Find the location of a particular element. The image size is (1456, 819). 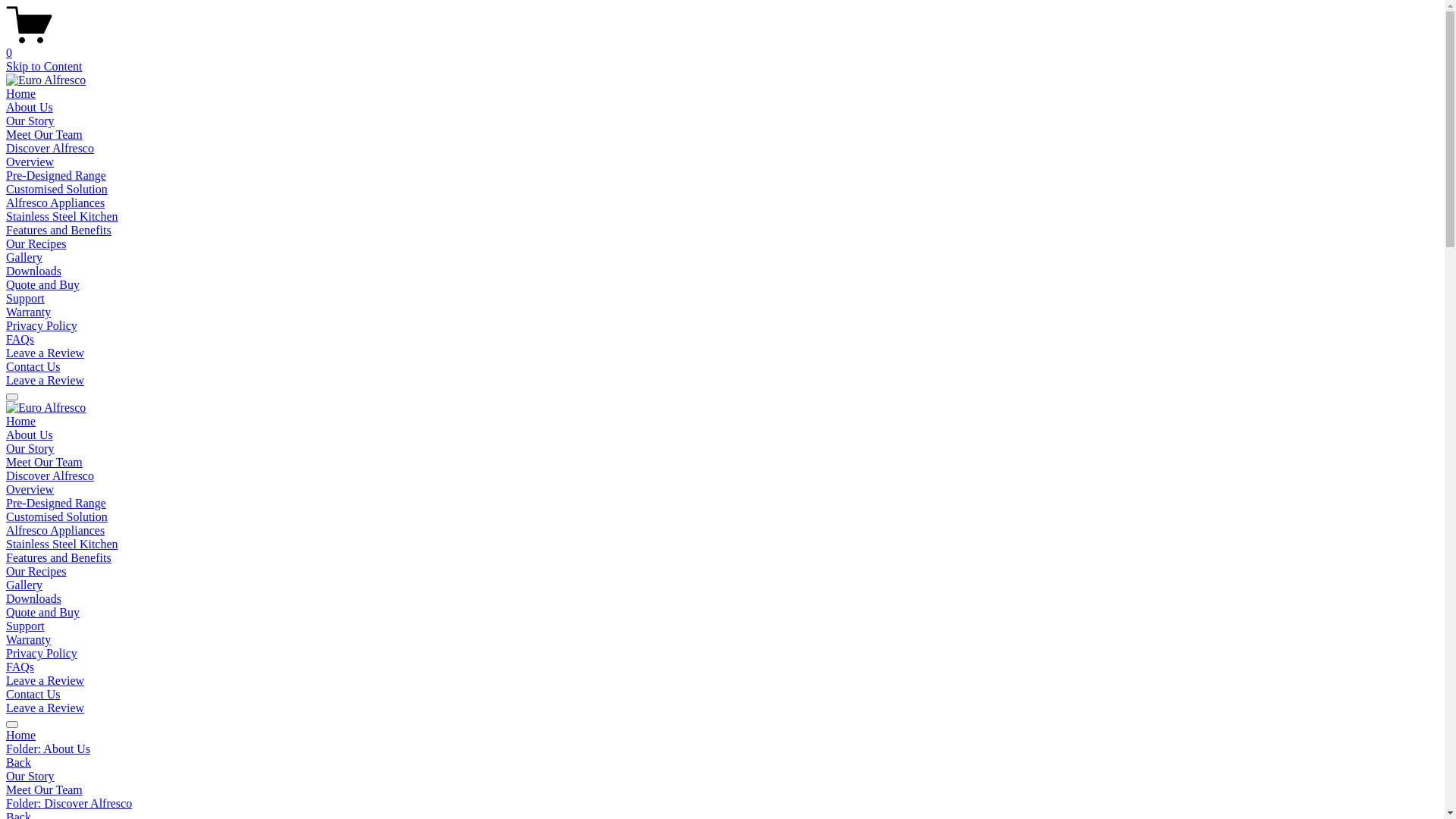

'Warranty' is located at coordinates (28, 311).